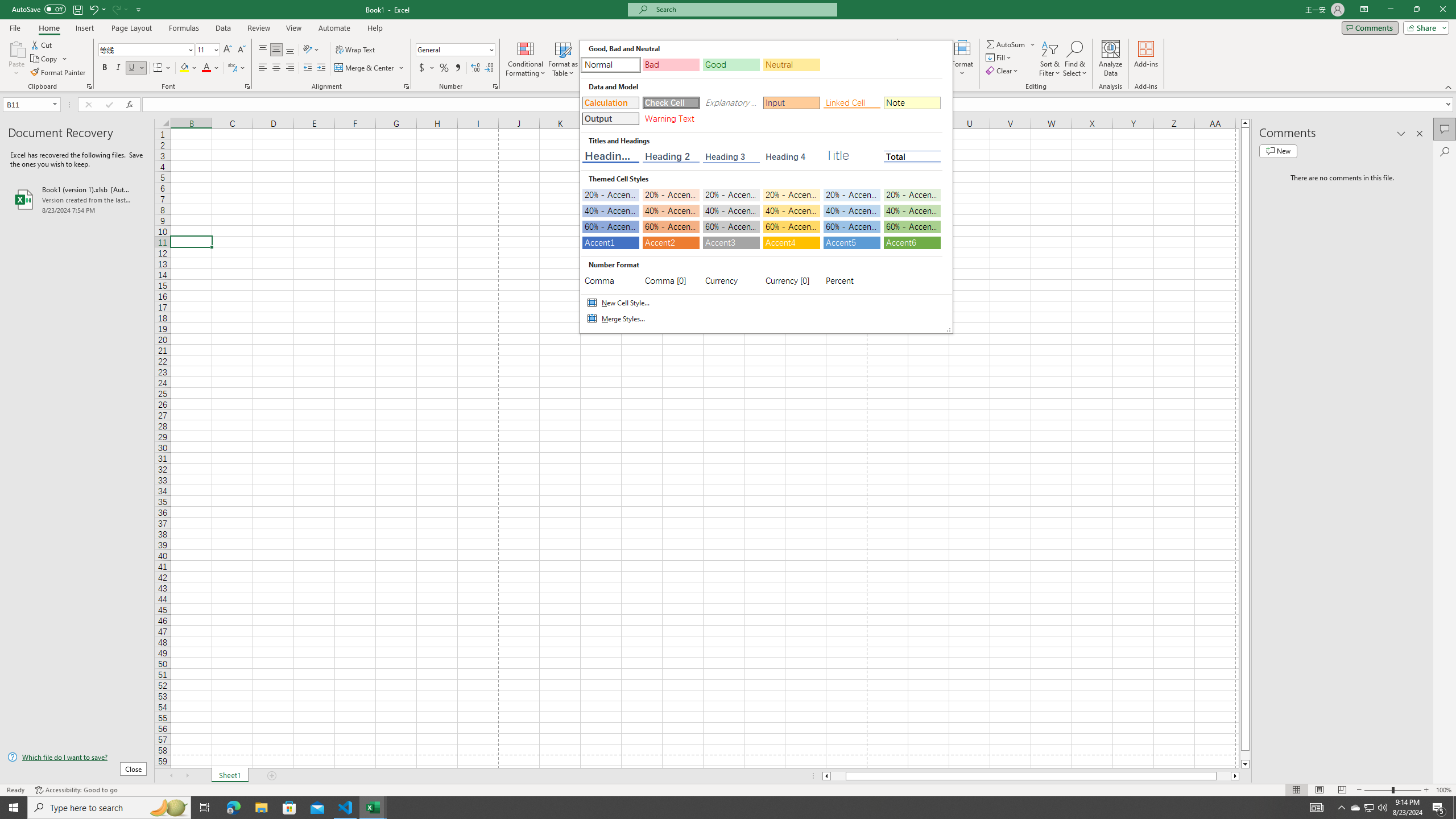 The width and height of the screenshot is (1456, 819). I want to click on 'Find & Select', so click(1075, 59).